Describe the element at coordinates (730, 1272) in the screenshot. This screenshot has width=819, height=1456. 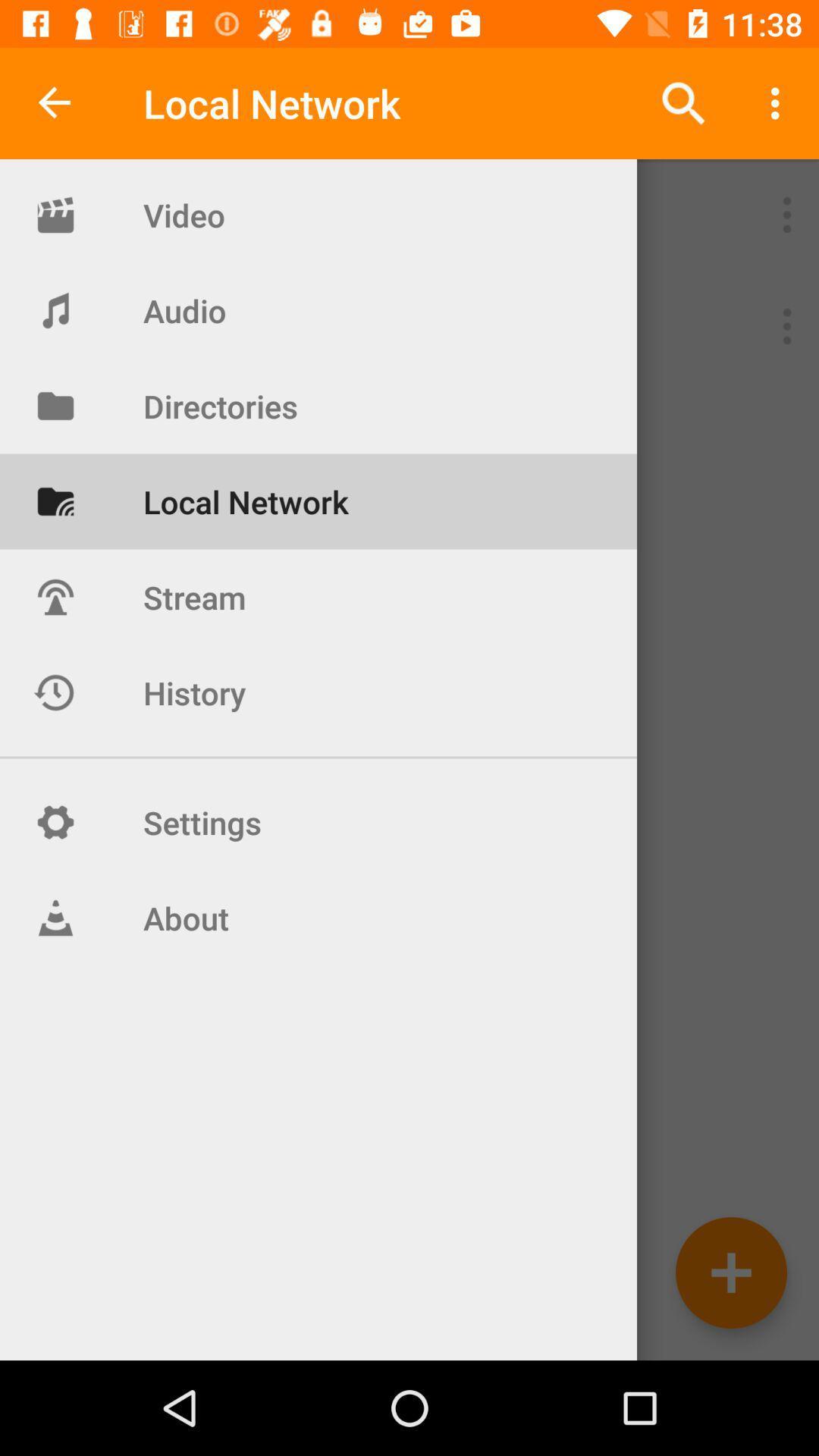
I see `the add icon` at that location.